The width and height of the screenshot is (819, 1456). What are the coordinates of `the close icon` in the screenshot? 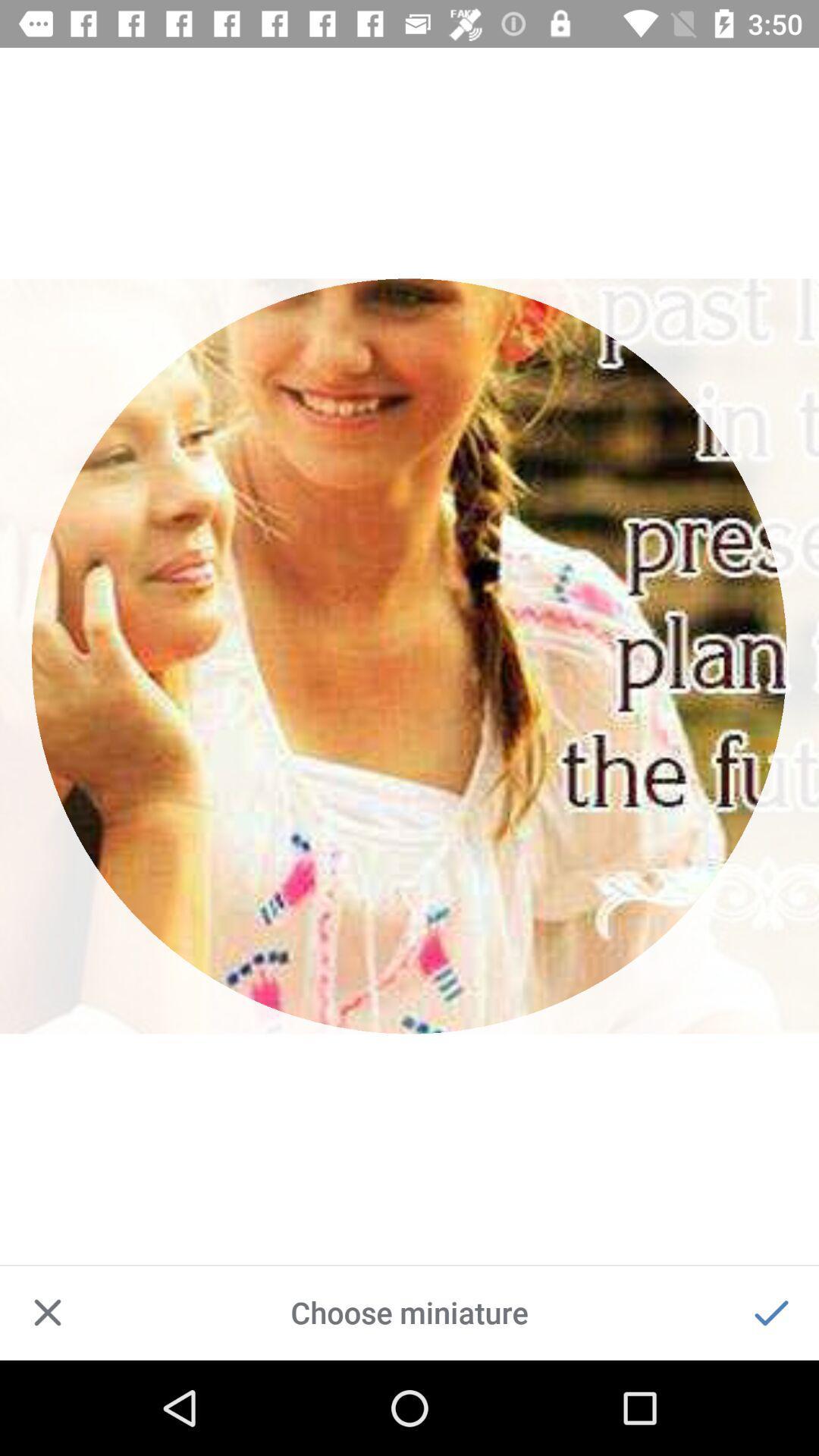 It's located at (46, 1312).